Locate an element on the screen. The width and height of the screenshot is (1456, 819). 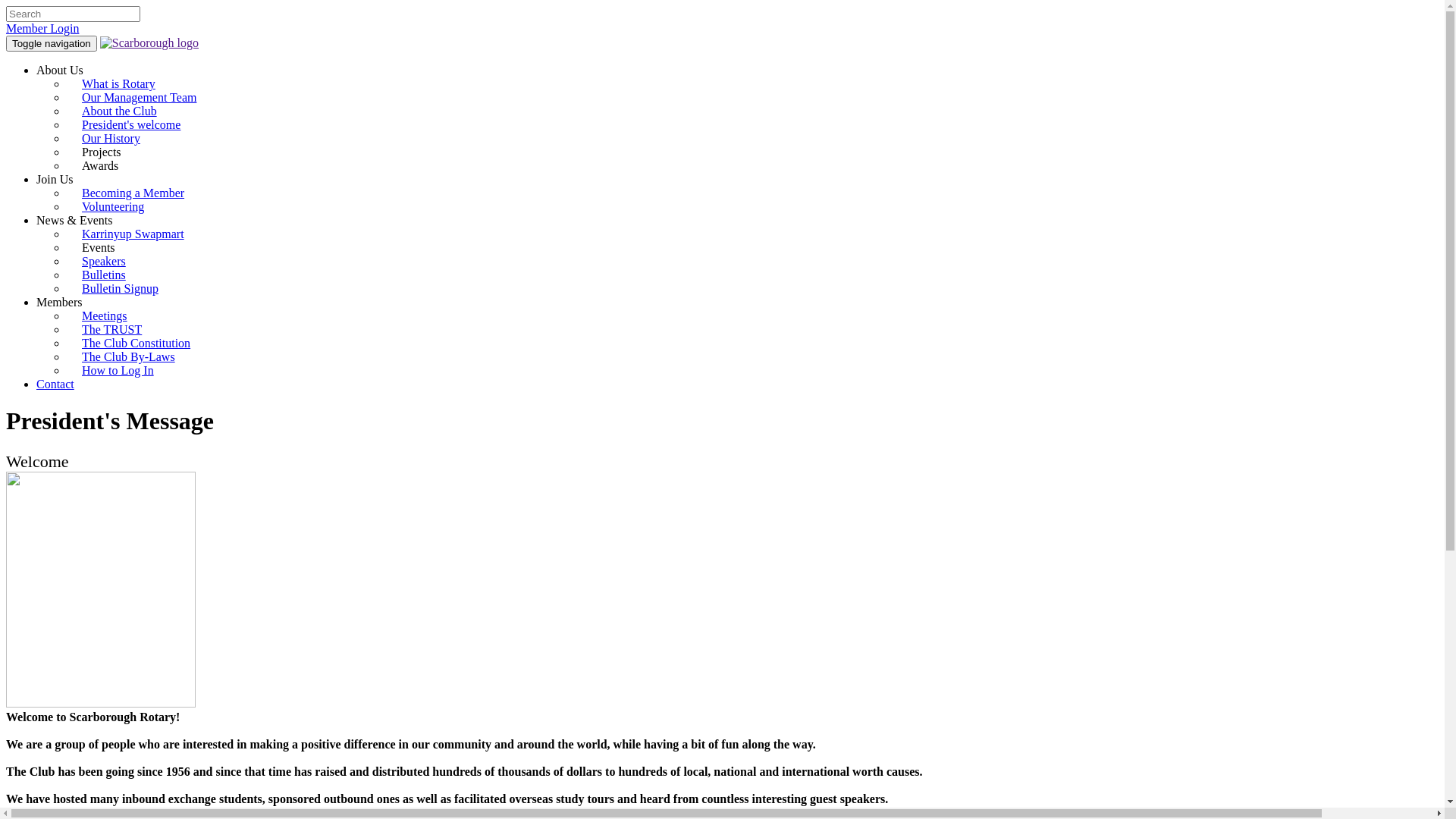
'About the Club' is located at coordinates (118, 110).